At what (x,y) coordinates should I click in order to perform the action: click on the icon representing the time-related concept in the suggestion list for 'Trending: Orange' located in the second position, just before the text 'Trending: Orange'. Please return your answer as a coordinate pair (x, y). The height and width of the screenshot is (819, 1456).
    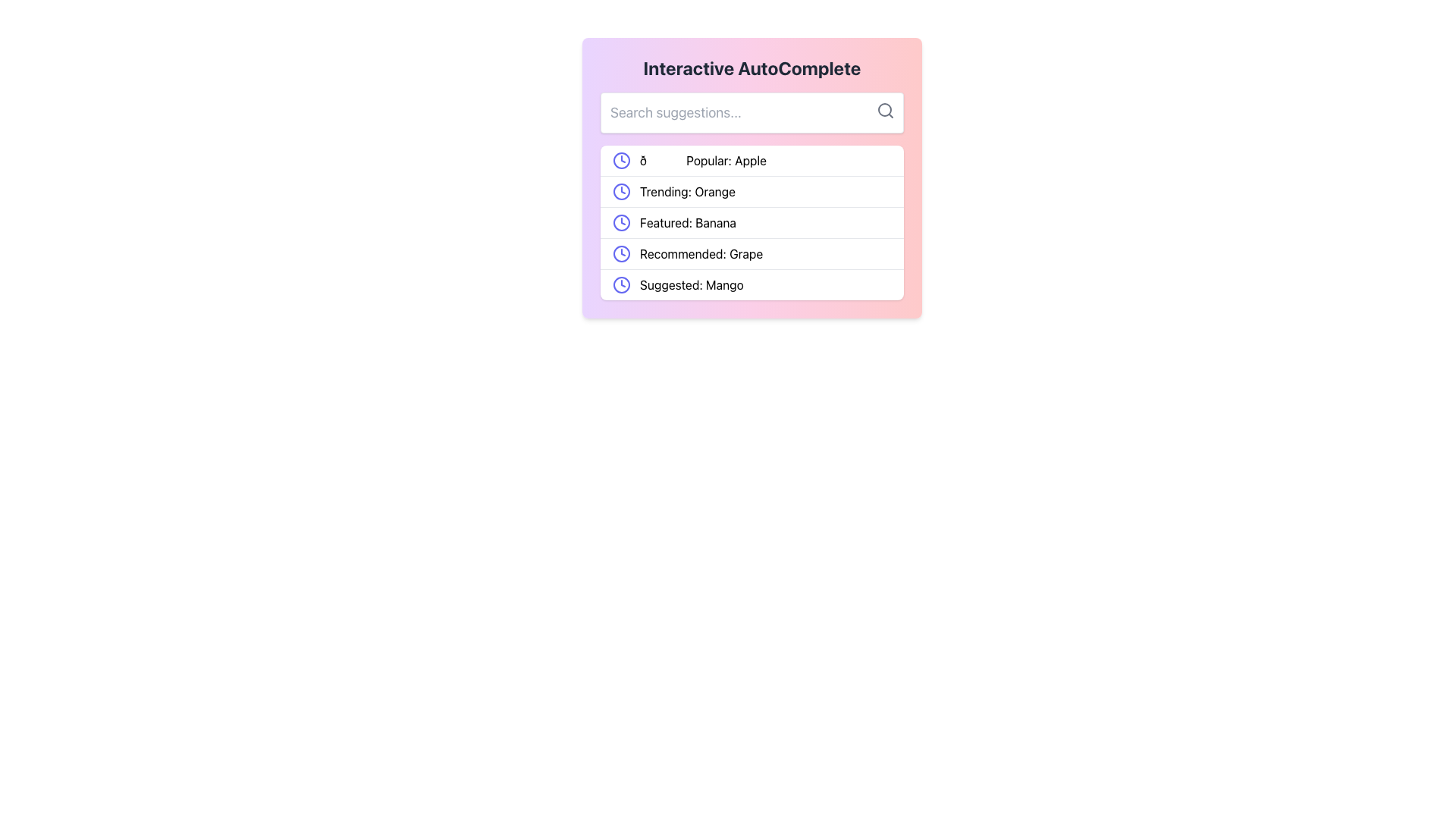
    Looking at the image, I should click on (622, 191).